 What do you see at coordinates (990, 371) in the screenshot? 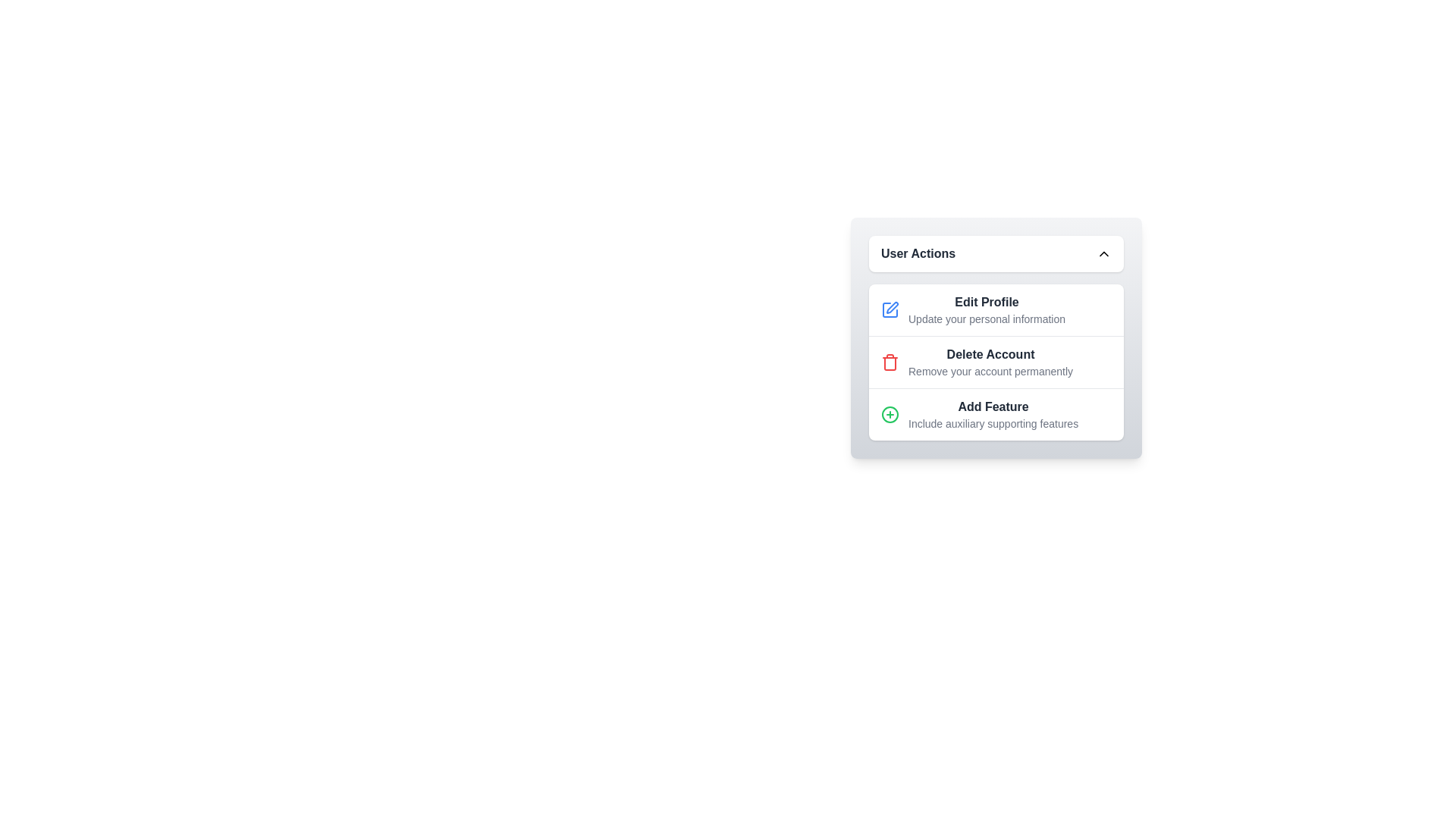
I see `the descriptive text element located under the 'Delete Account' heading, which provides additional context about the permanence of the action` at bounding box center [990, 371].